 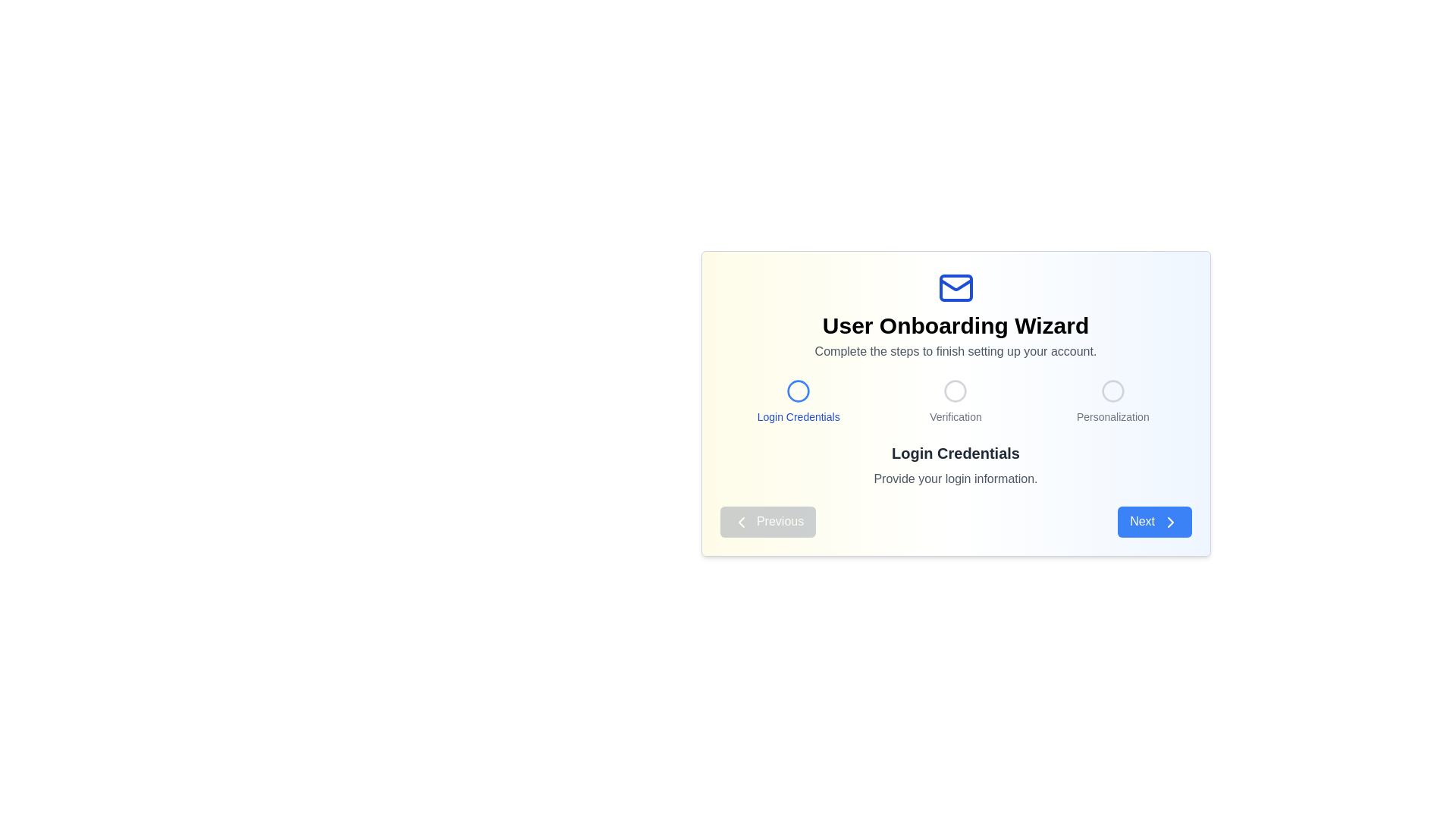 I want to click on the Information panel titled 'User Onboarding Wizard' which contains a header and subtitle, positioned centrally above the step indicators, so click(x=955, y=315).